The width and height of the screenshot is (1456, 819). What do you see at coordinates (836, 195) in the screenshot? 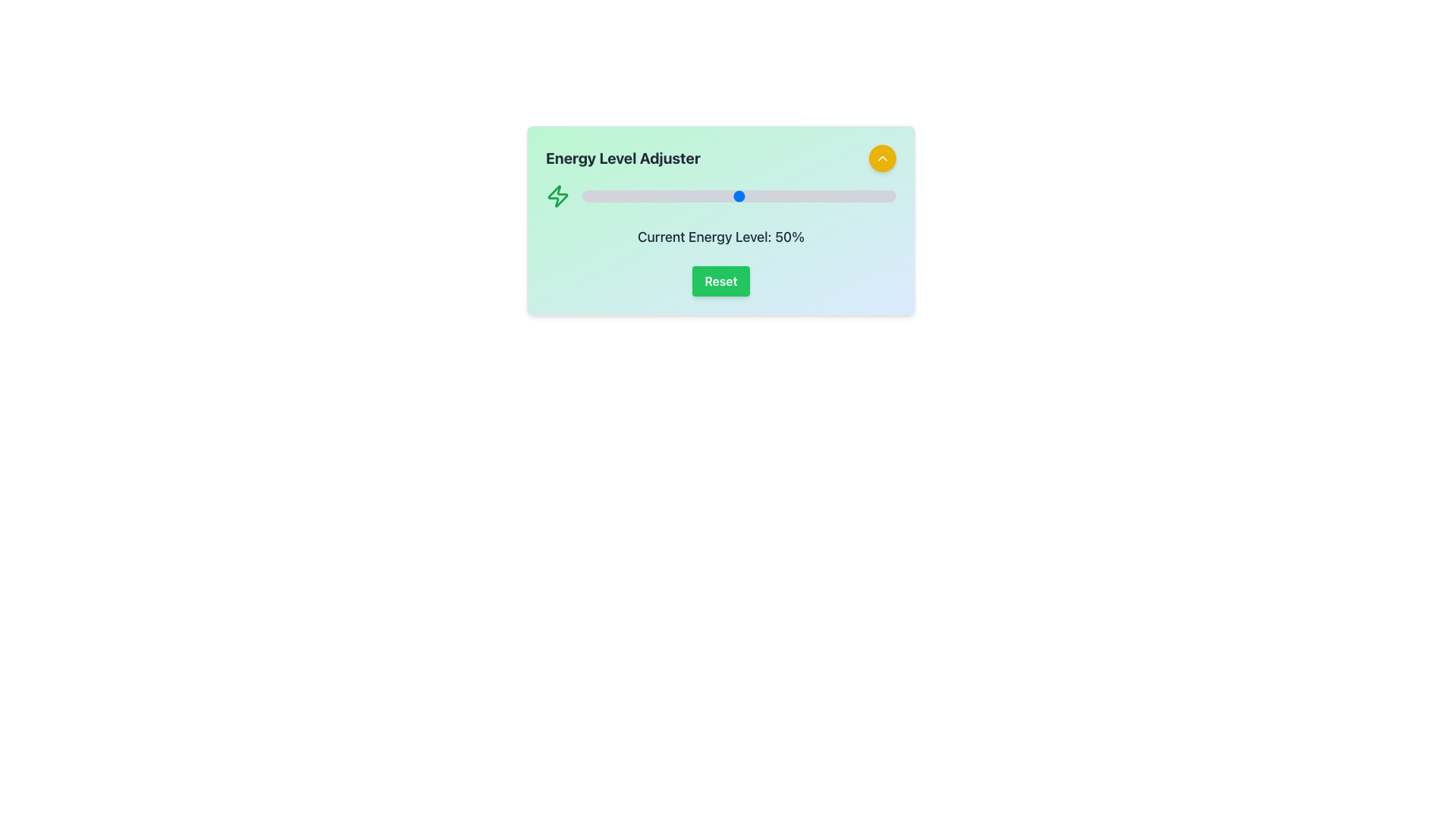
I see `energy level` at bounding box center [836, 195].